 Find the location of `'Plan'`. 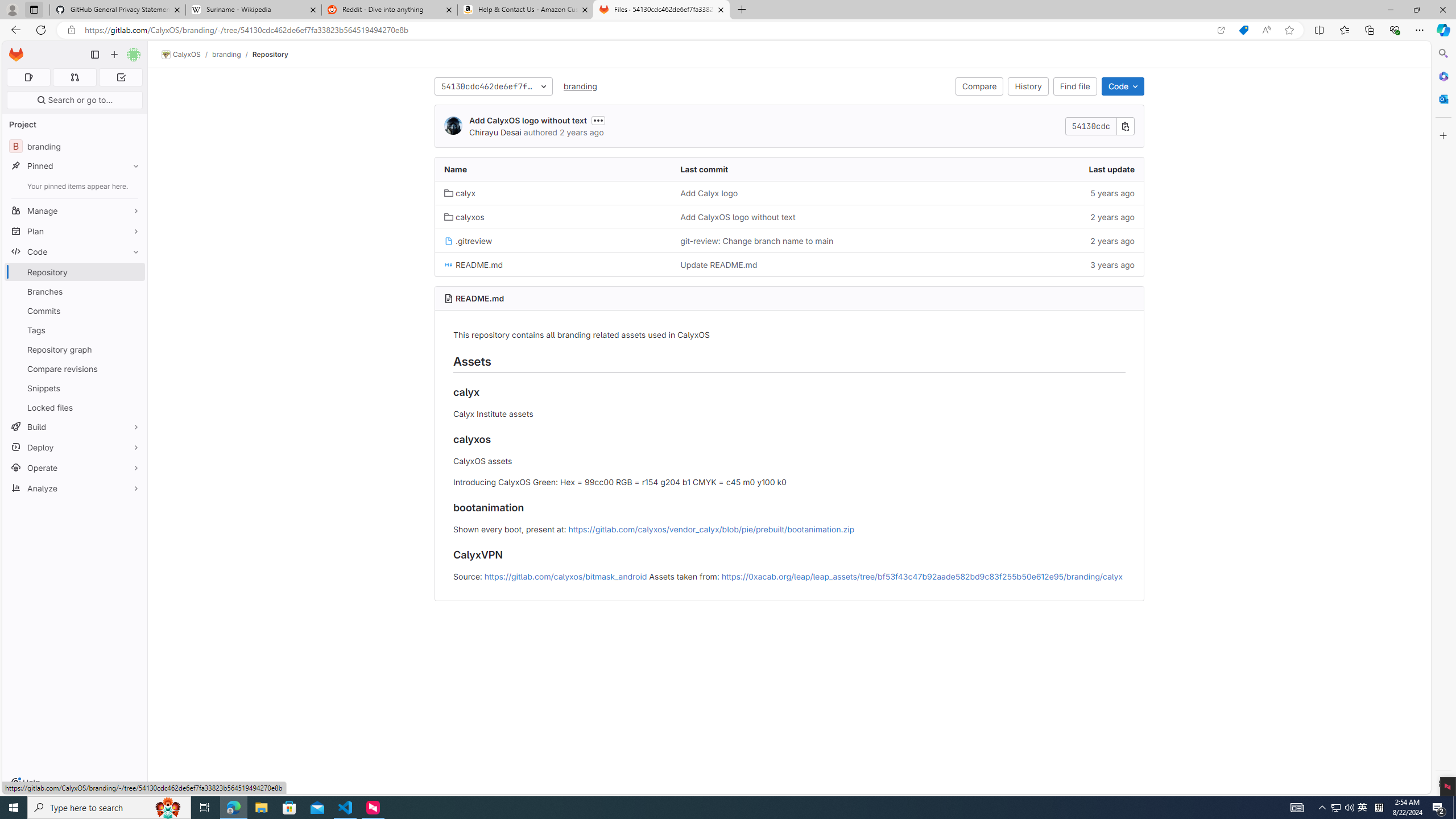

'Plan' is located at coordinates (74, 230).